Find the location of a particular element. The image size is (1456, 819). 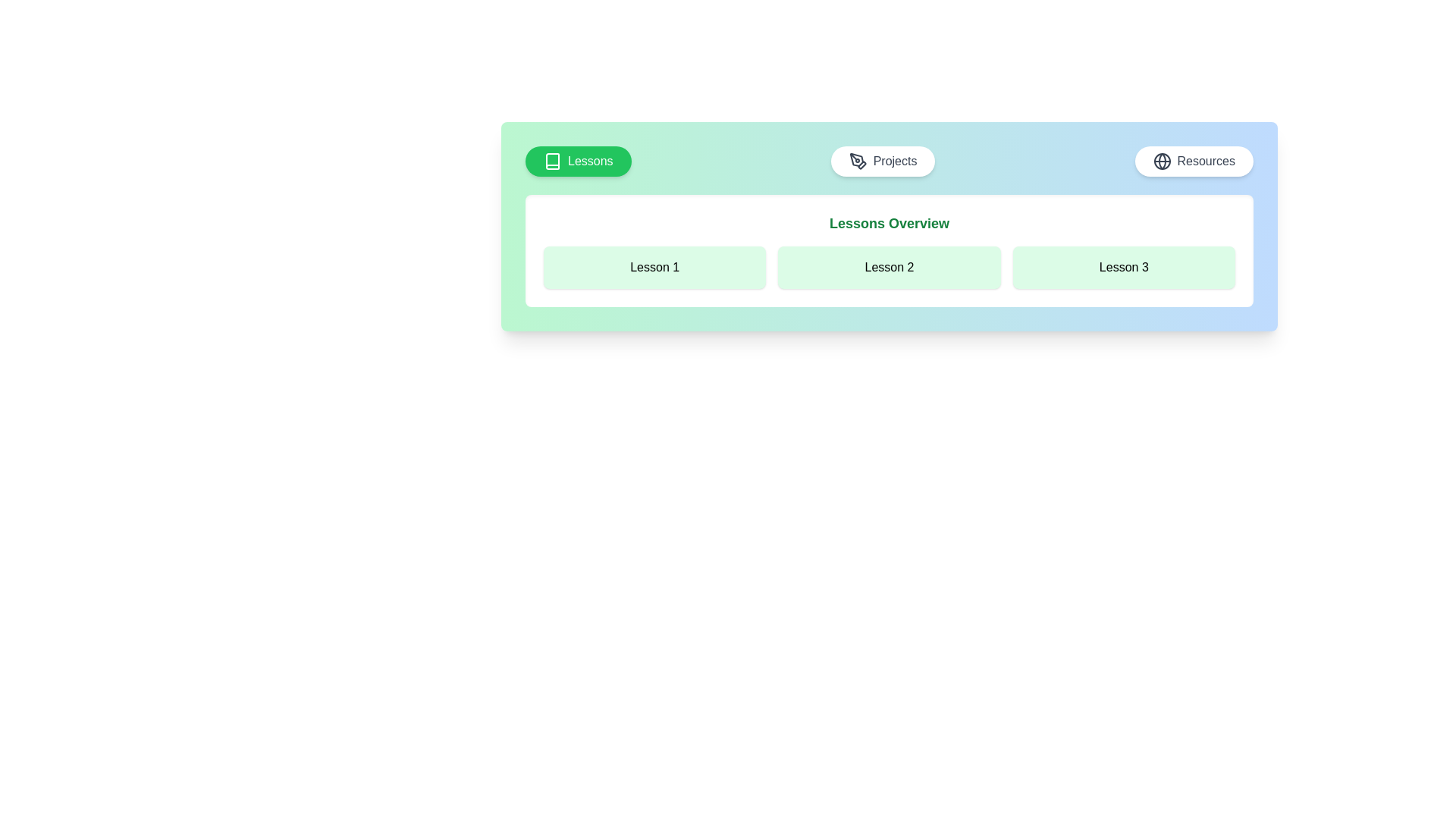

the central circle of the SVG globe icon by clicking on it, as it is interactive is located at coordinates (1161, 161).